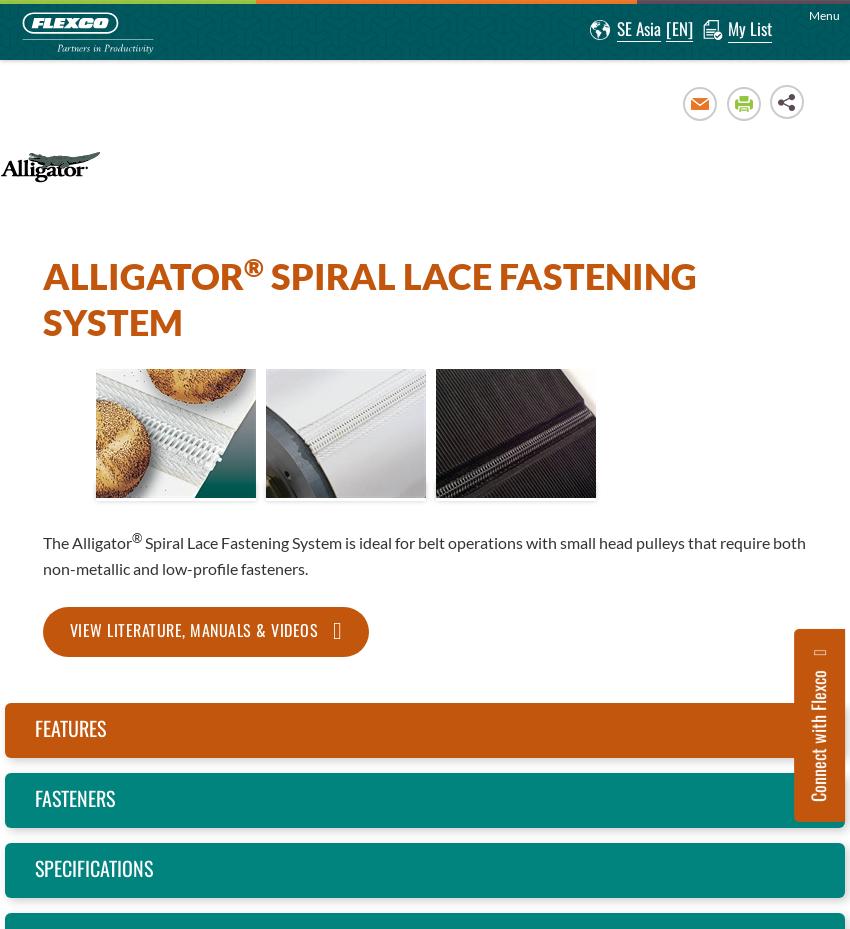 The image size is (850, 929). I want to click on 'Alligator', so click(142, 273).